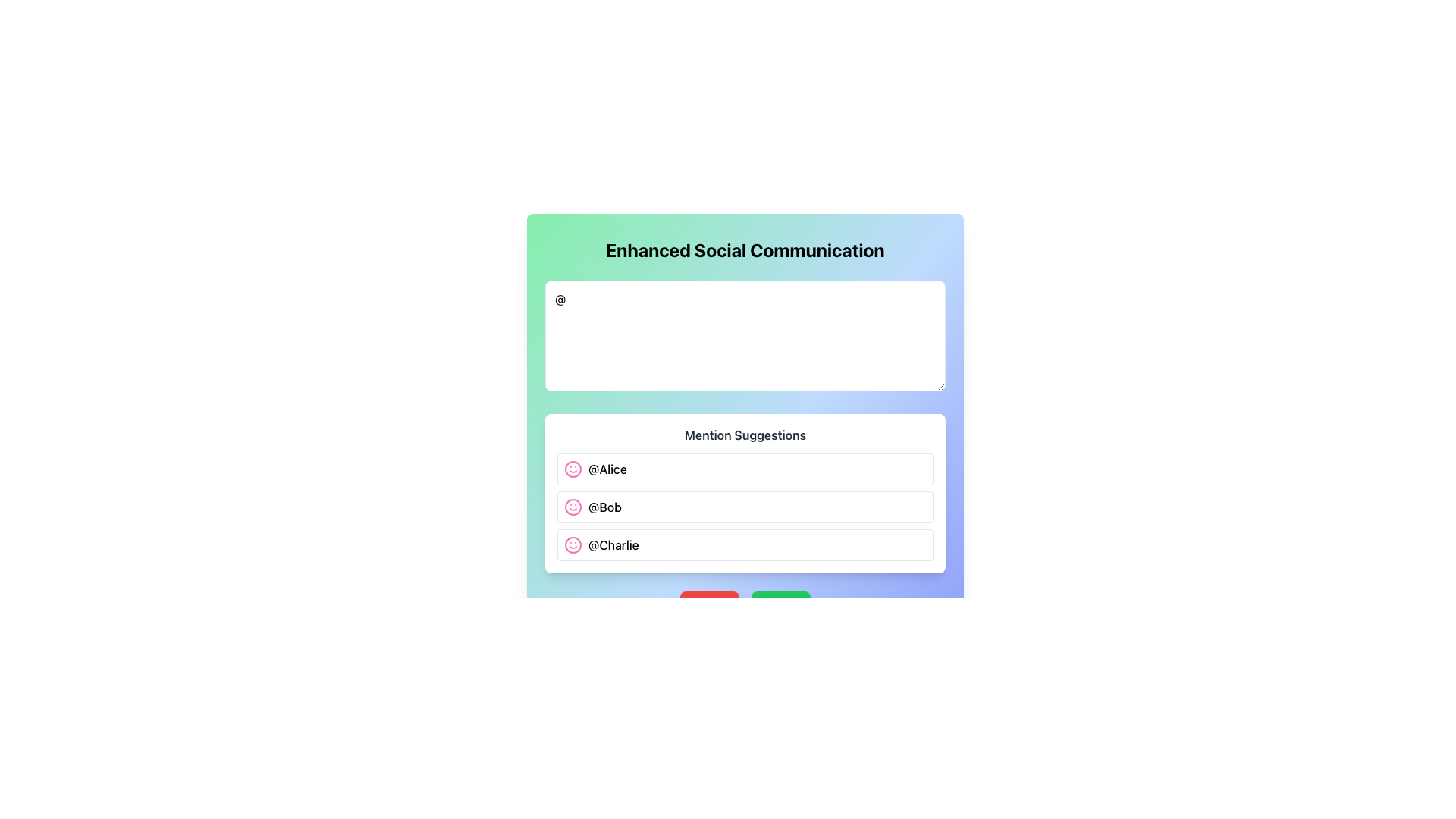 This screenshot has width=1456, height=819. What do you see at coordinates (572, 544) in the screenshot?
I see `the circular icon with a pink outline, which is part of the smiley face illustration located to the left of '@Charlie' in the 'Mention Suggestions' list` at bounding box center [572, 544].